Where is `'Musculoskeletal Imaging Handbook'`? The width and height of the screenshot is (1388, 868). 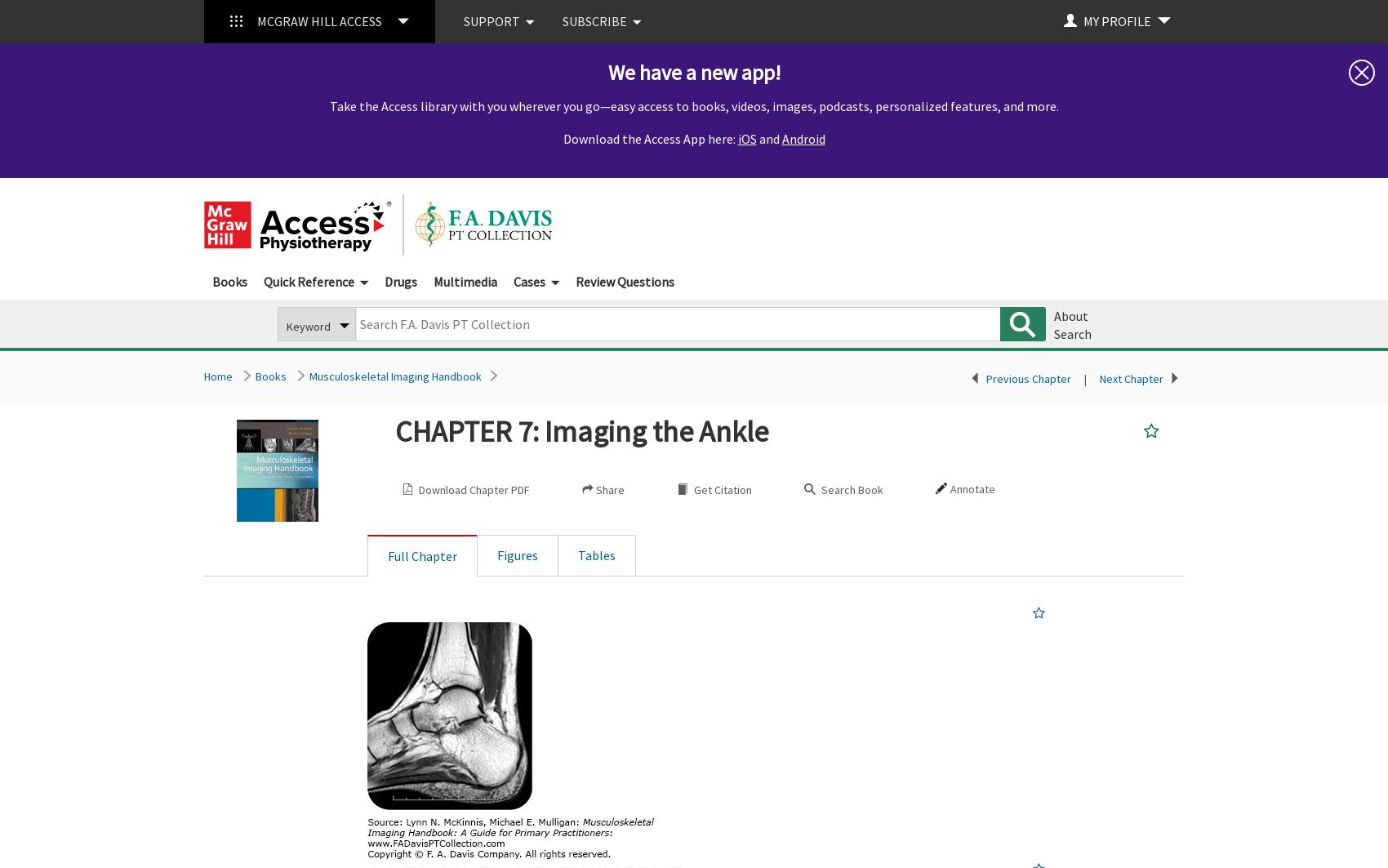
'Musculoskeletal Imaging Handbook' is located at coordinates (395, 376).